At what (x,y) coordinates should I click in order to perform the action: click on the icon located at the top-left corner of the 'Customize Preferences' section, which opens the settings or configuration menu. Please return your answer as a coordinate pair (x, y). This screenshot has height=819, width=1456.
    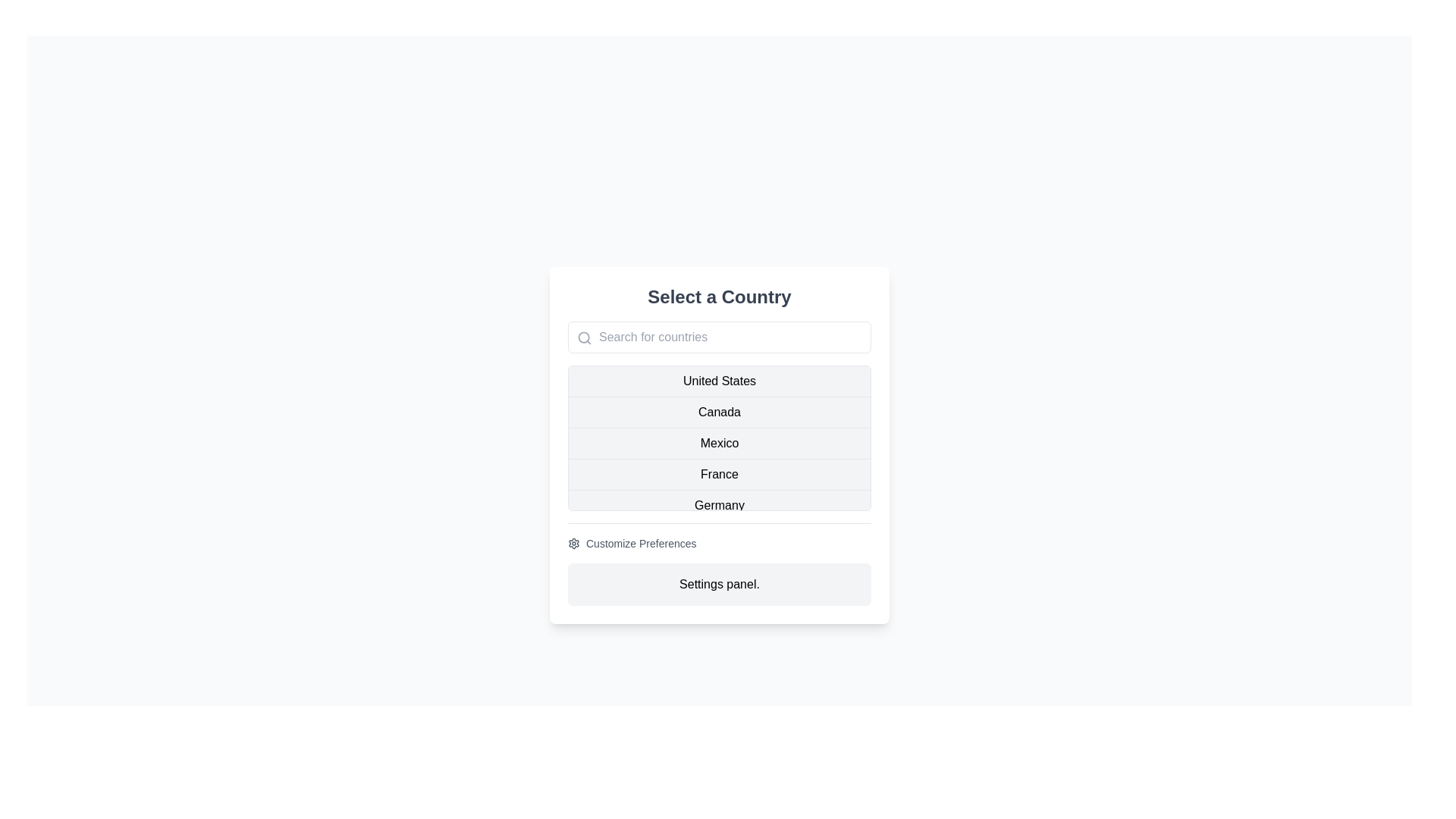
    Looking at the image, I should click on (573, 542).